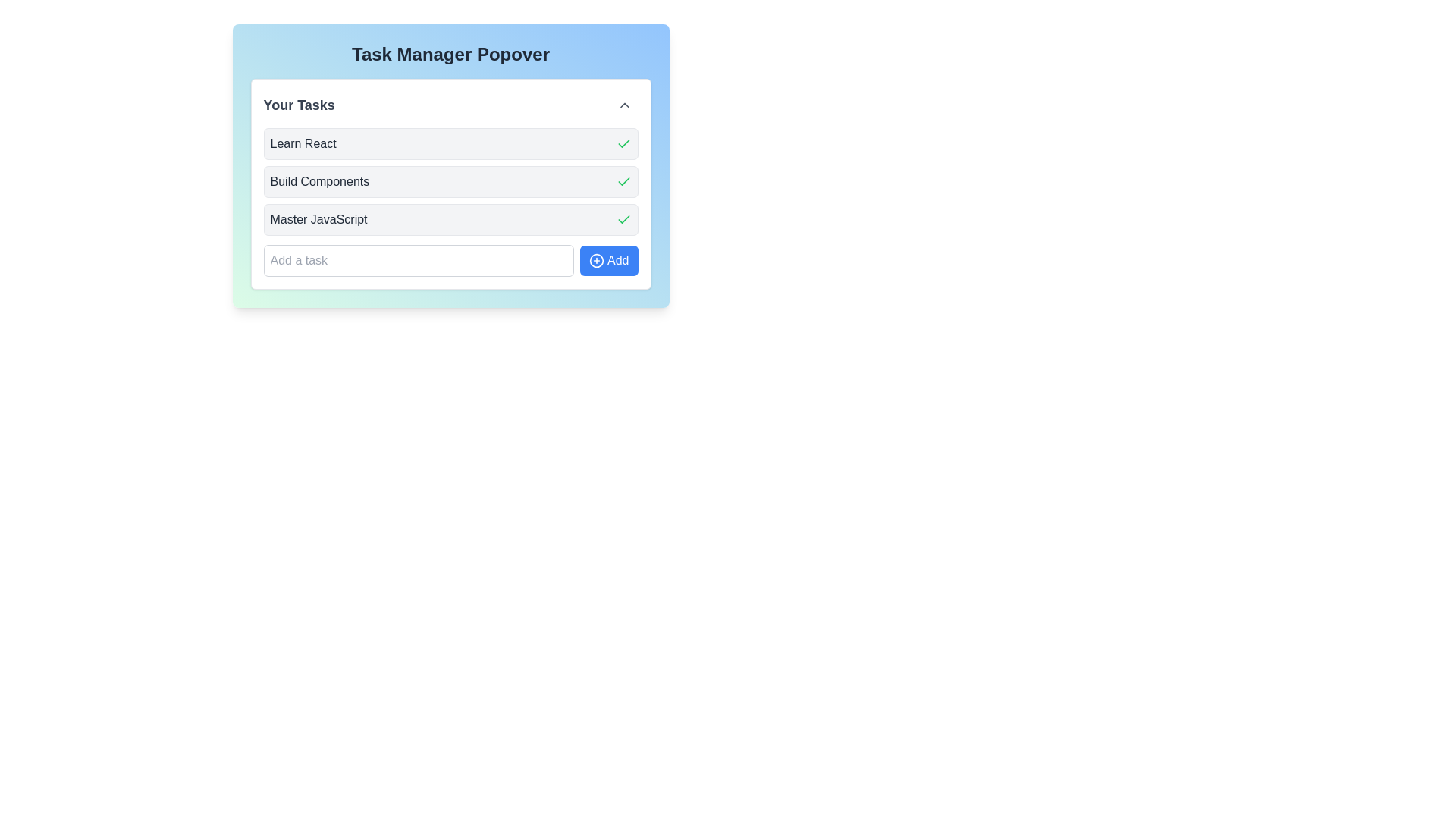  I want to click on the 'Add' text label within the interactive button, so click(618, 259).